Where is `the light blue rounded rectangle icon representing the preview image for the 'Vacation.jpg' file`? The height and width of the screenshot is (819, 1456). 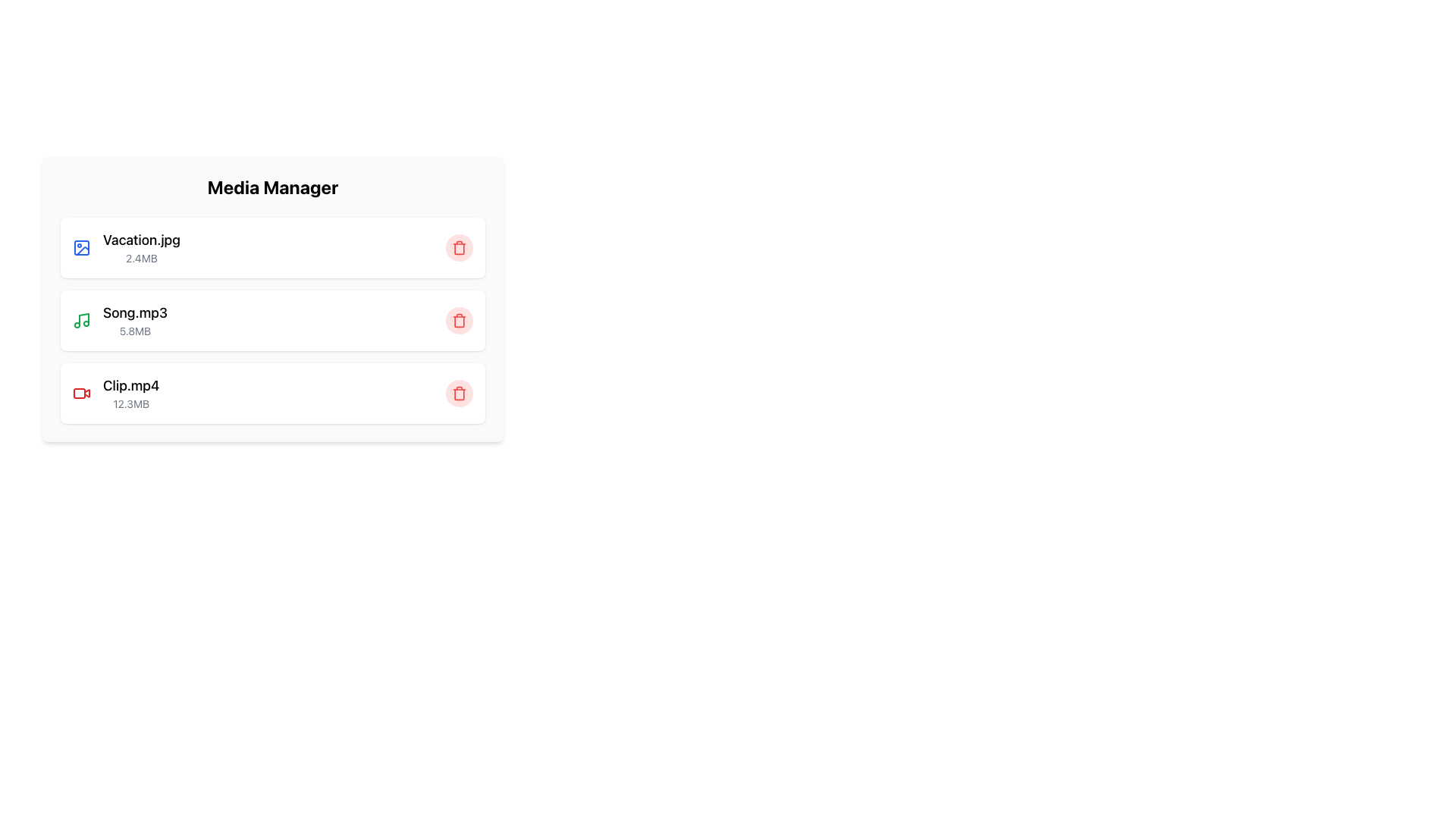 the light blue rounded rectangle icon representing the preview image for the 'Vacation.jpg' file is located at coordinates (81, 247).